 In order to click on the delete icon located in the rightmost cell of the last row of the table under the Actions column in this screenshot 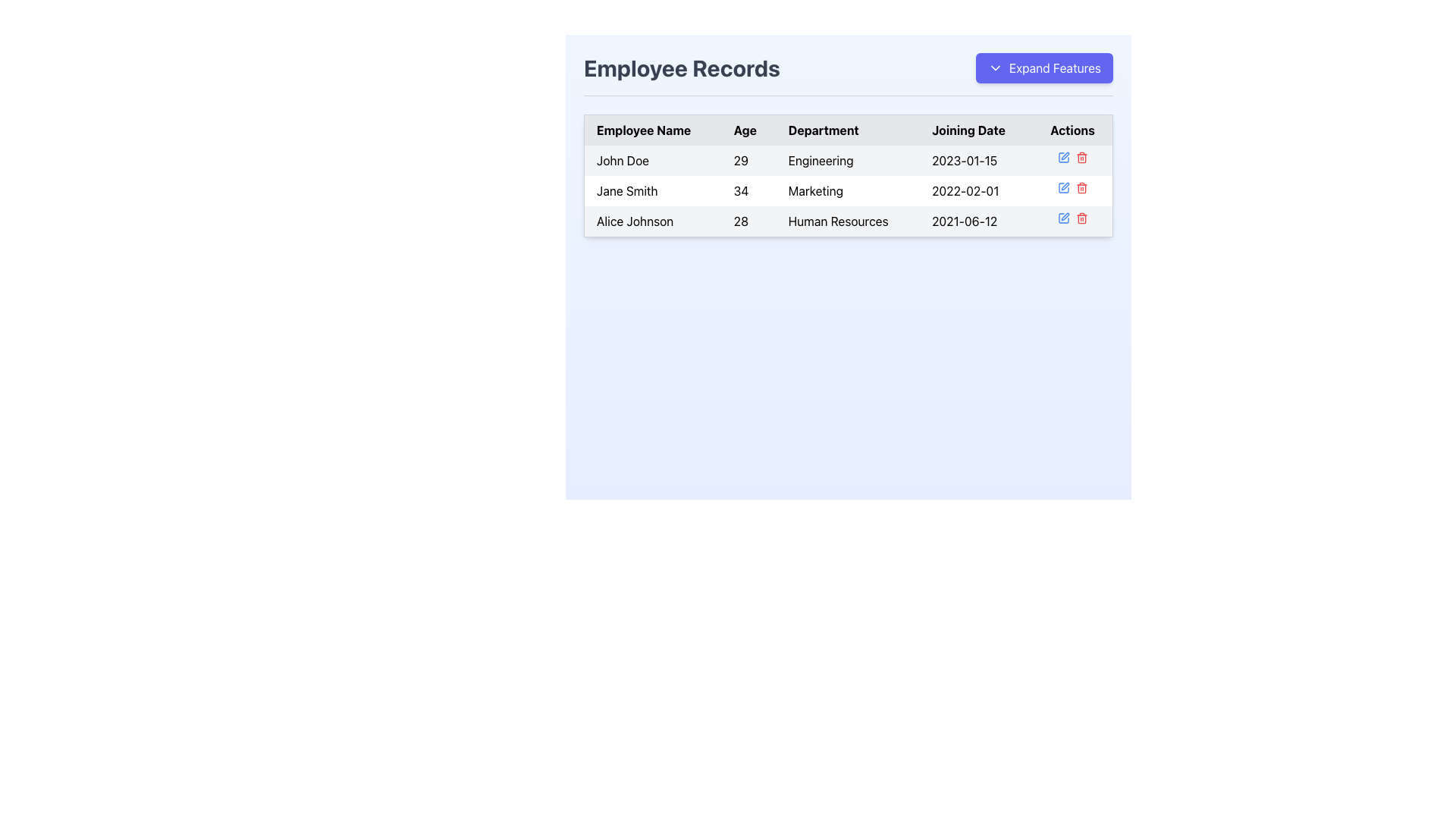, I will do `click(1081, 158)`.